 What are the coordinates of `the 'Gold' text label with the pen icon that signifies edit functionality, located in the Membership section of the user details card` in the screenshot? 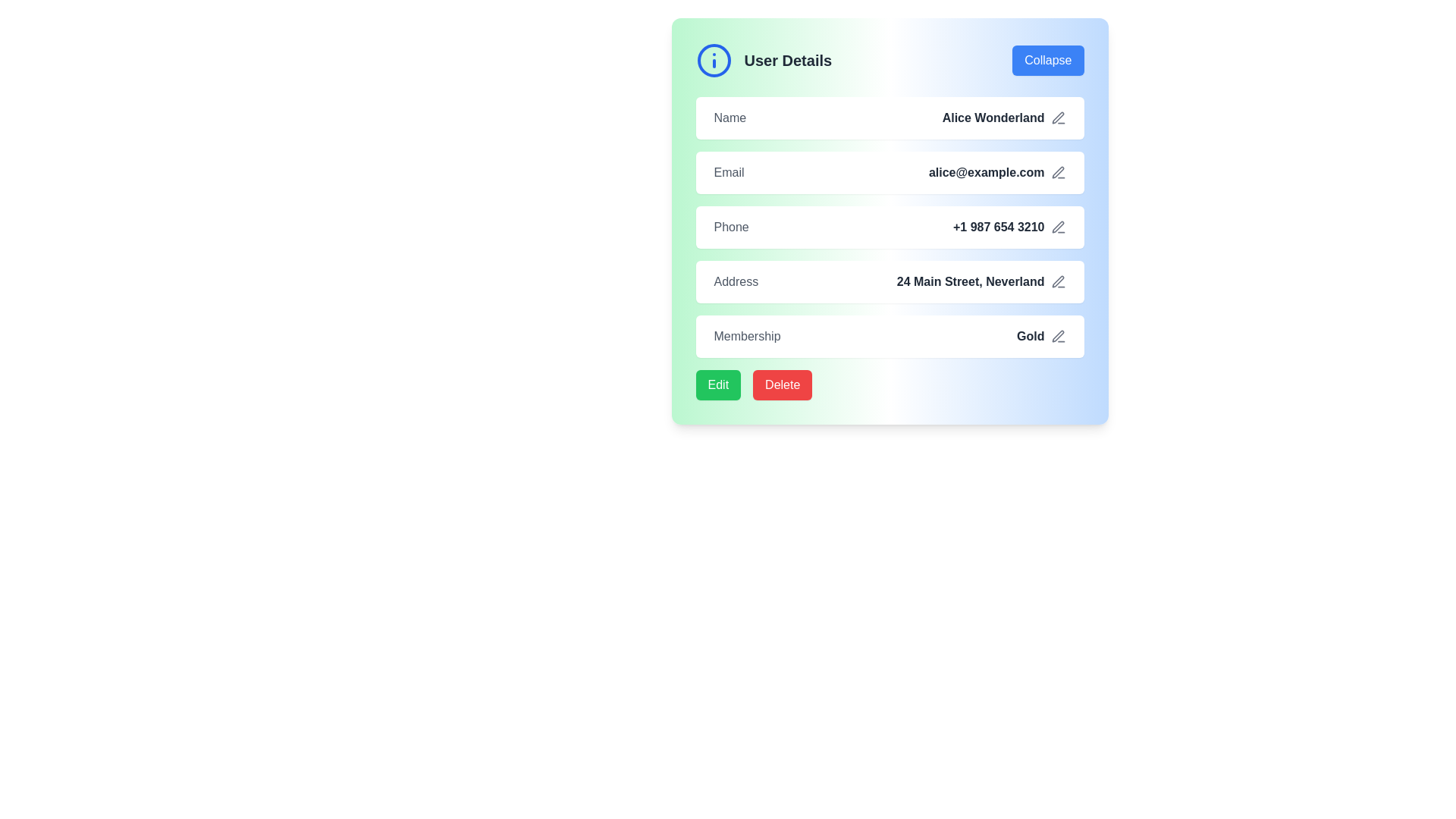 It's located at (1040, 335).